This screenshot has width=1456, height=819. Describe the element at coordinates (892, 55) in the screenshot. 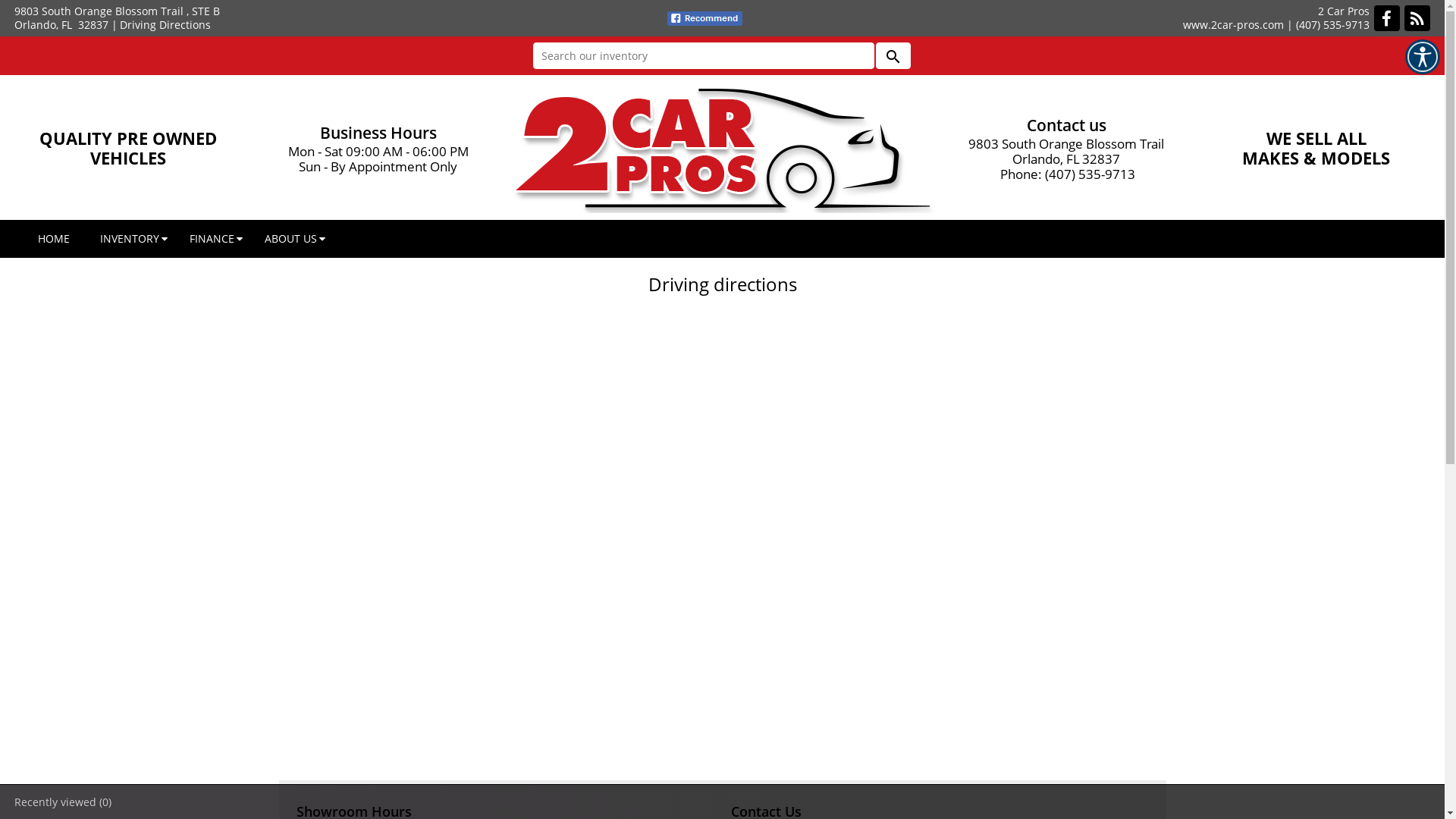

I see `'search'` at that location.